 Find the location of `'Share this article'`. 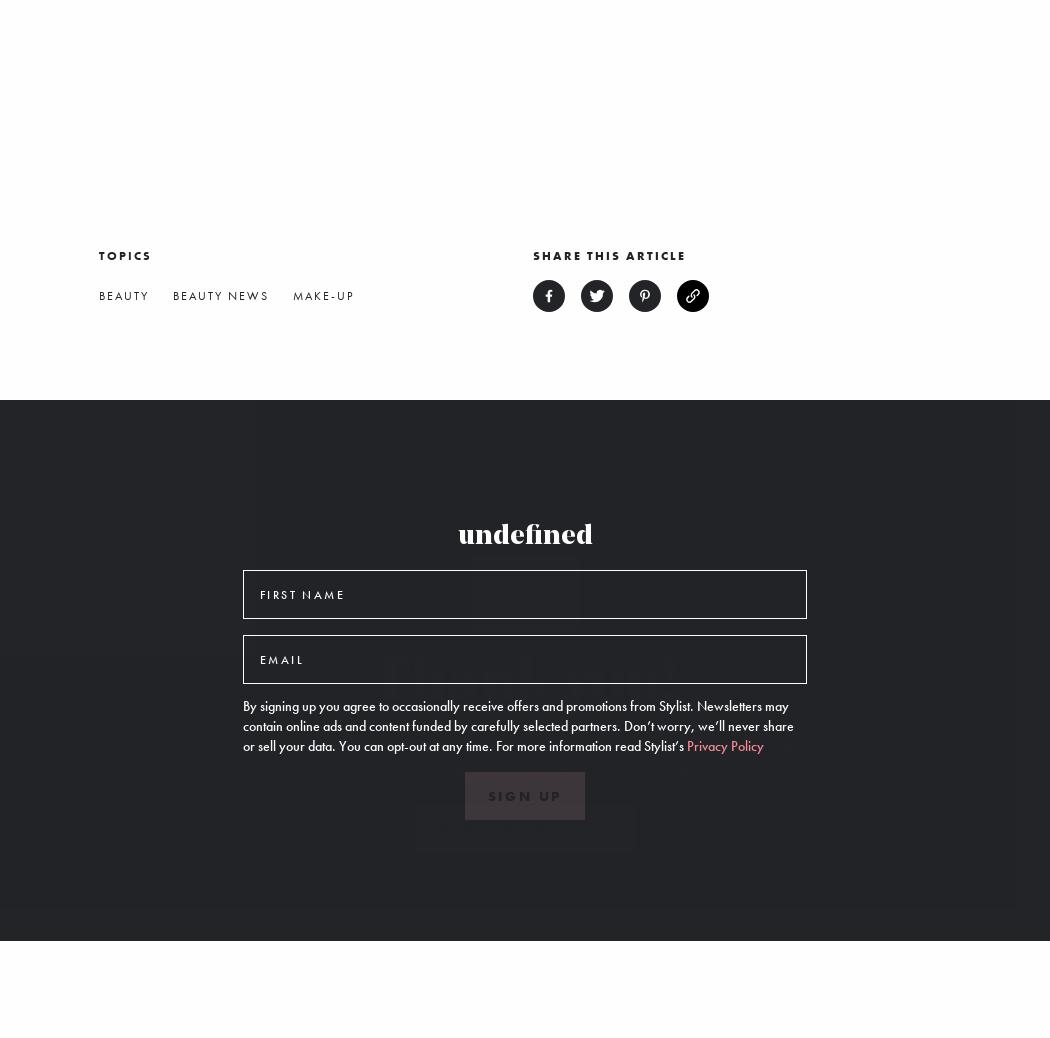

'Share this article' is located at coordinates (532, 254).